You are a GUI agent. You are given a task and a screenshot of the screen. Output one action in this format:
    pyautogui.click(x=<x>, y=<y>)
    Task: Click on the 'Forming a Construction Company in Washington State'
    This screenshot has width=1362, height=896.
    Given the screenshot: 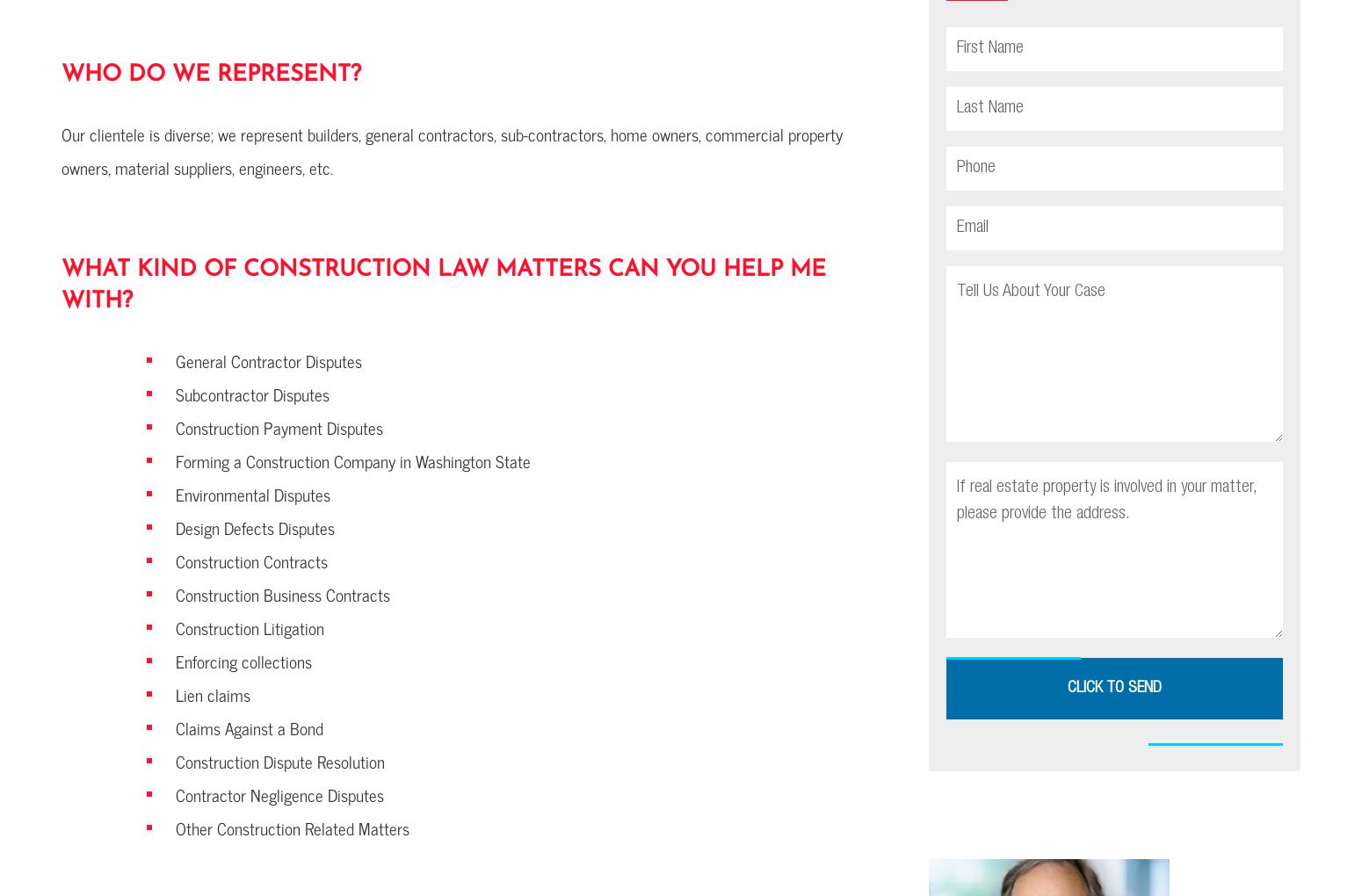 What is the action you would take?
    pyautogui.click(x=353, y=459)
    